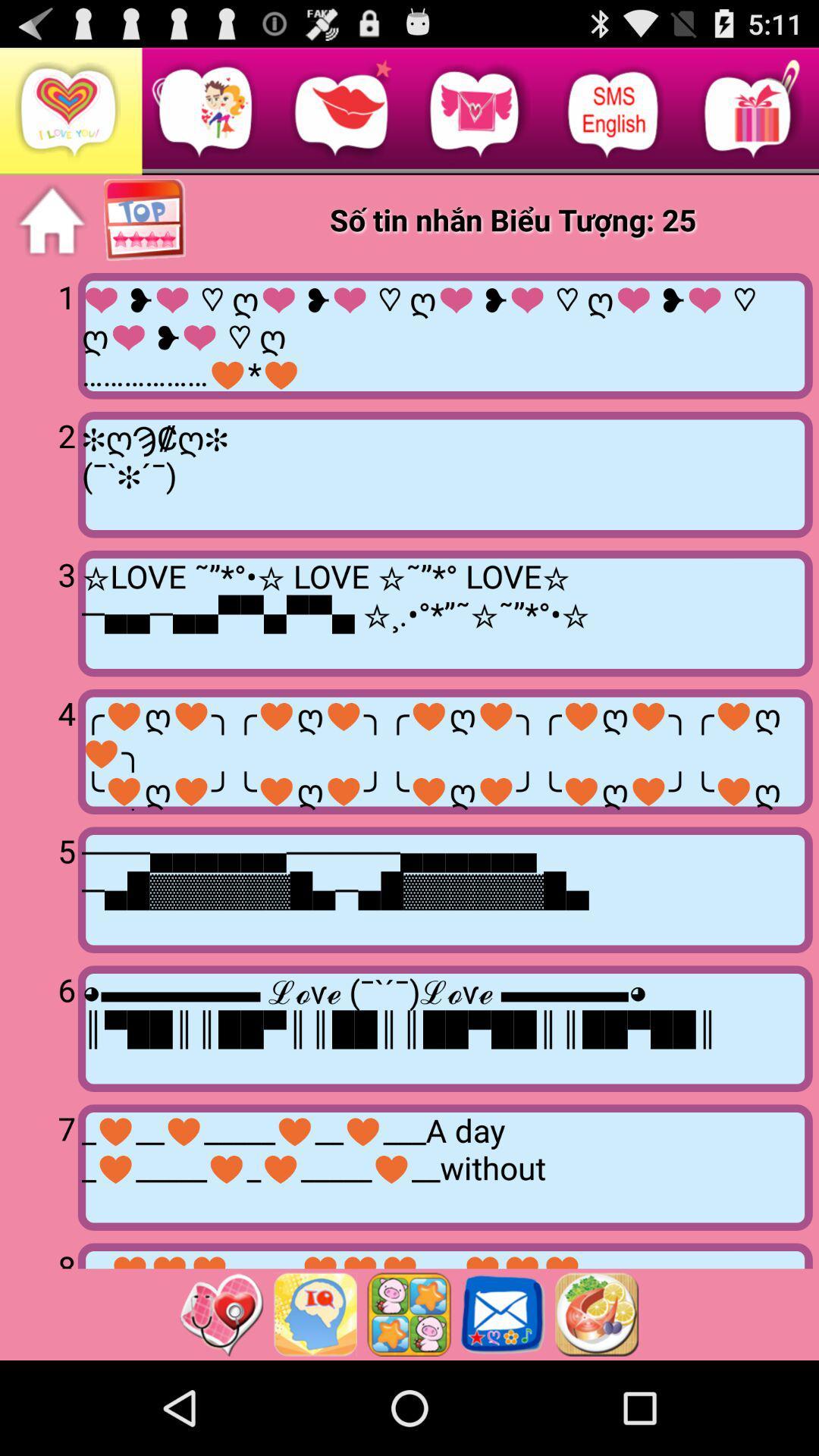 This screenshot has height=1456, width=819. What do you see at coordinates (444, 1028) in the screenshot?
I see `item to the right of 6 item` at bounding box center [444, 1028].